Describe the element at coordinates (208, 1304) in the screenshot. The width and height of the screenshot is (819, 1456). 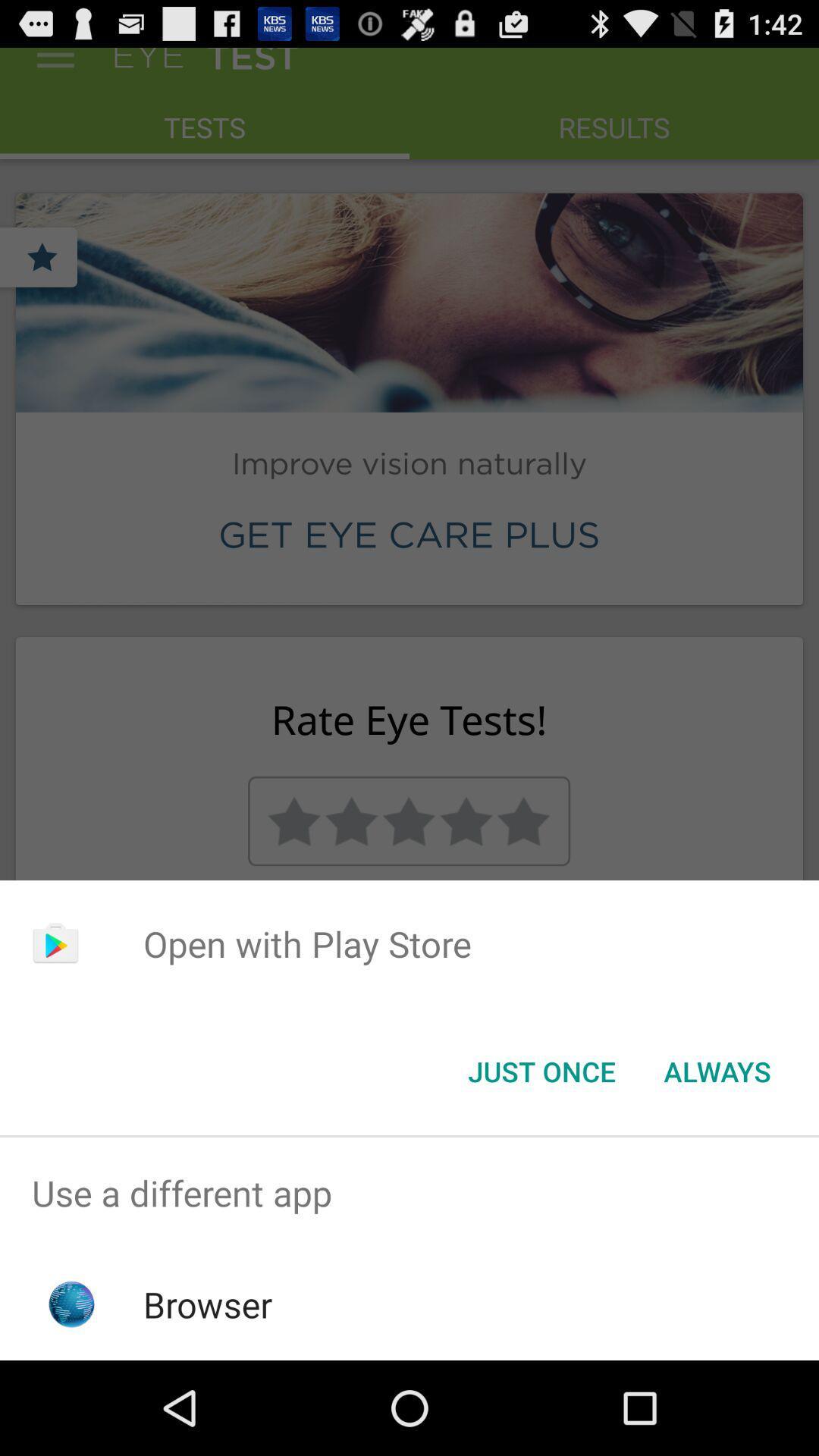
I see `the browser item` at that location.